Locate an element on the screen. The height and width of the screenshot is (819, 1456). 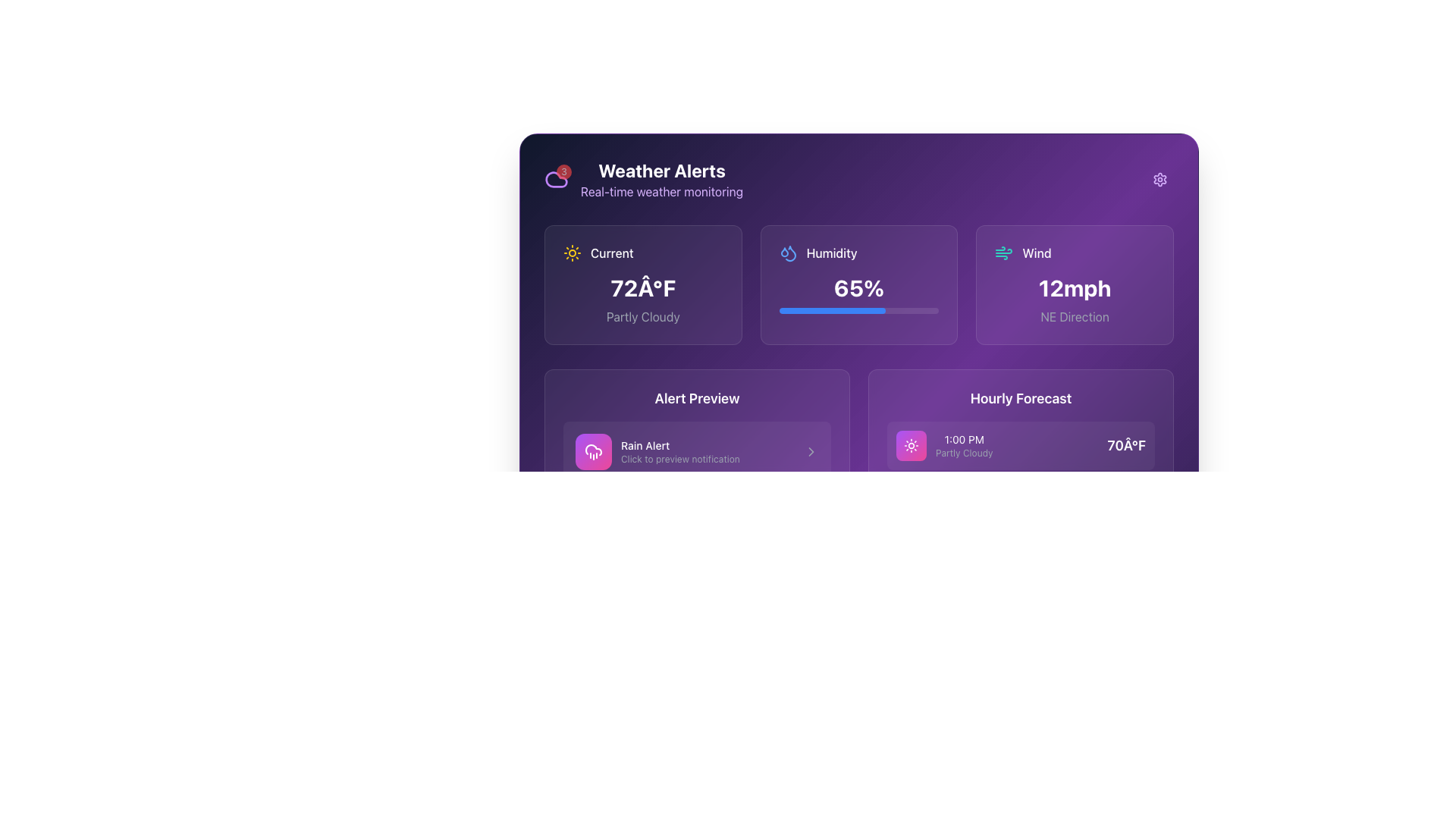
the Cloud Symbol icon located in the top-left corner of the interface, above the 'Weather Alerts' header is located at coordinates (556, 178).